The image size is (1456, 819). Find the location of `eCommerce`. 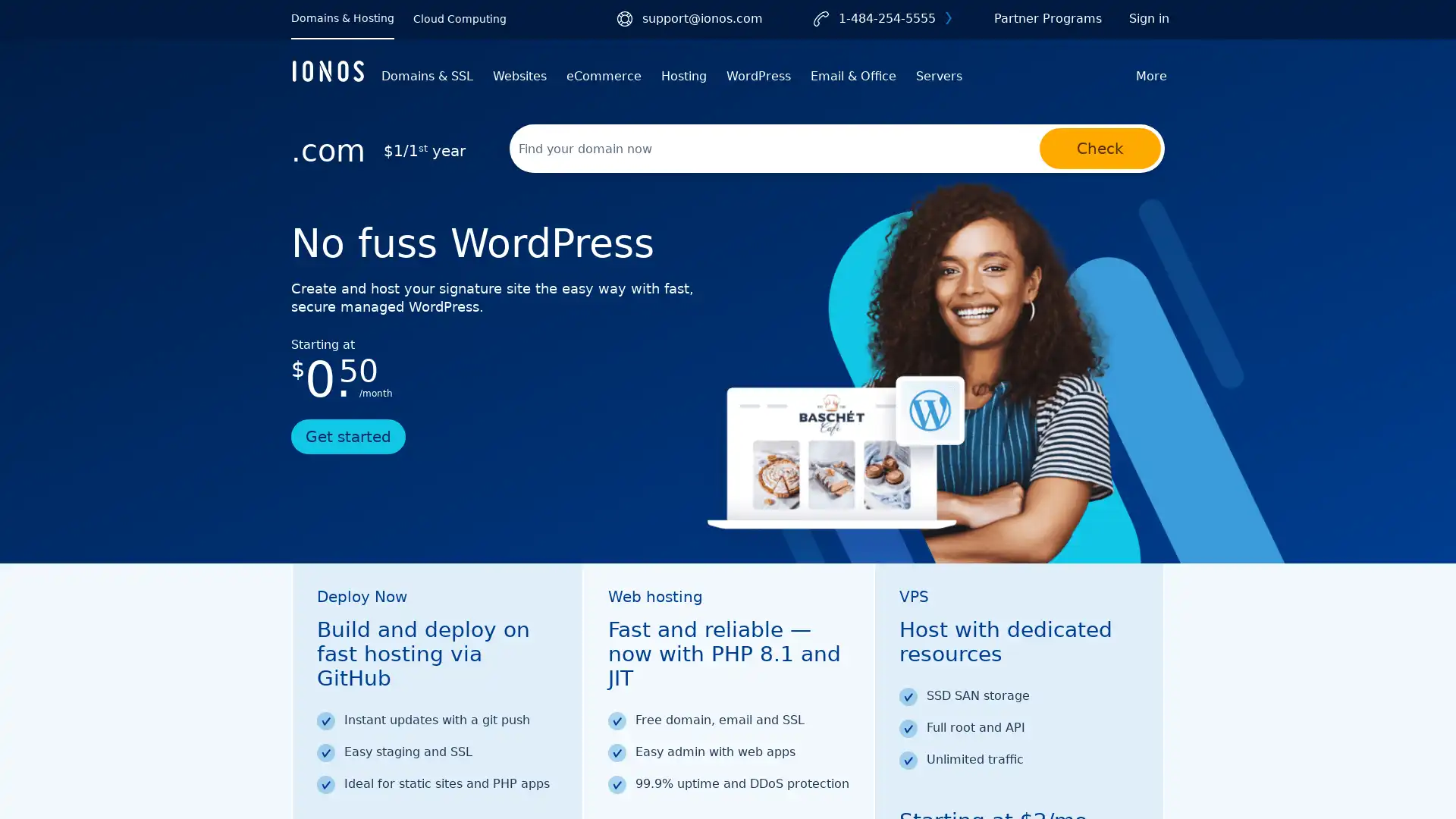

eCommerce is located at coordinates (603, 76).